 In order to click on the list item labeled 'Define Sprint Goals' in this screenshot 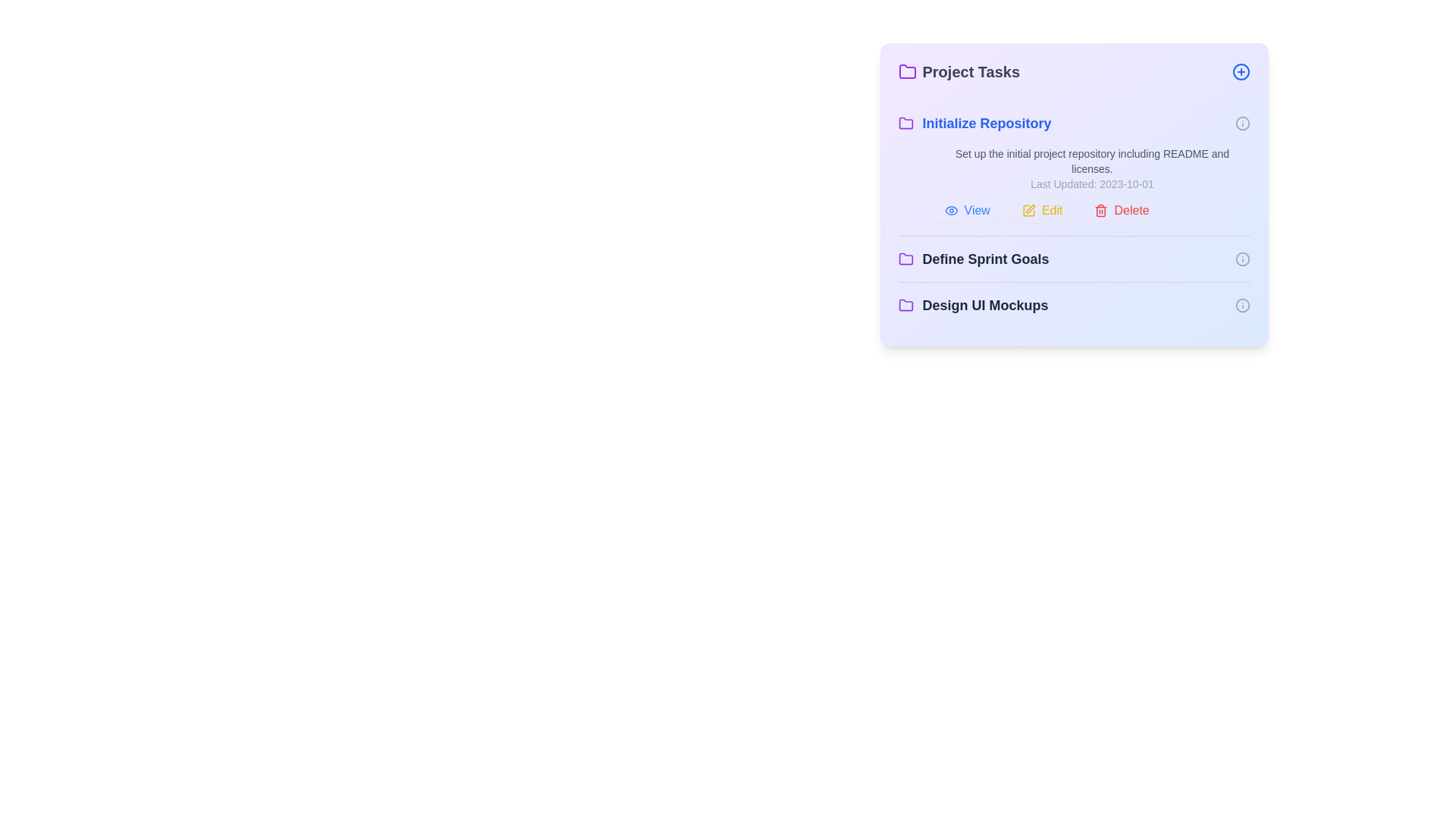, I will do `click(1073, 259)`.